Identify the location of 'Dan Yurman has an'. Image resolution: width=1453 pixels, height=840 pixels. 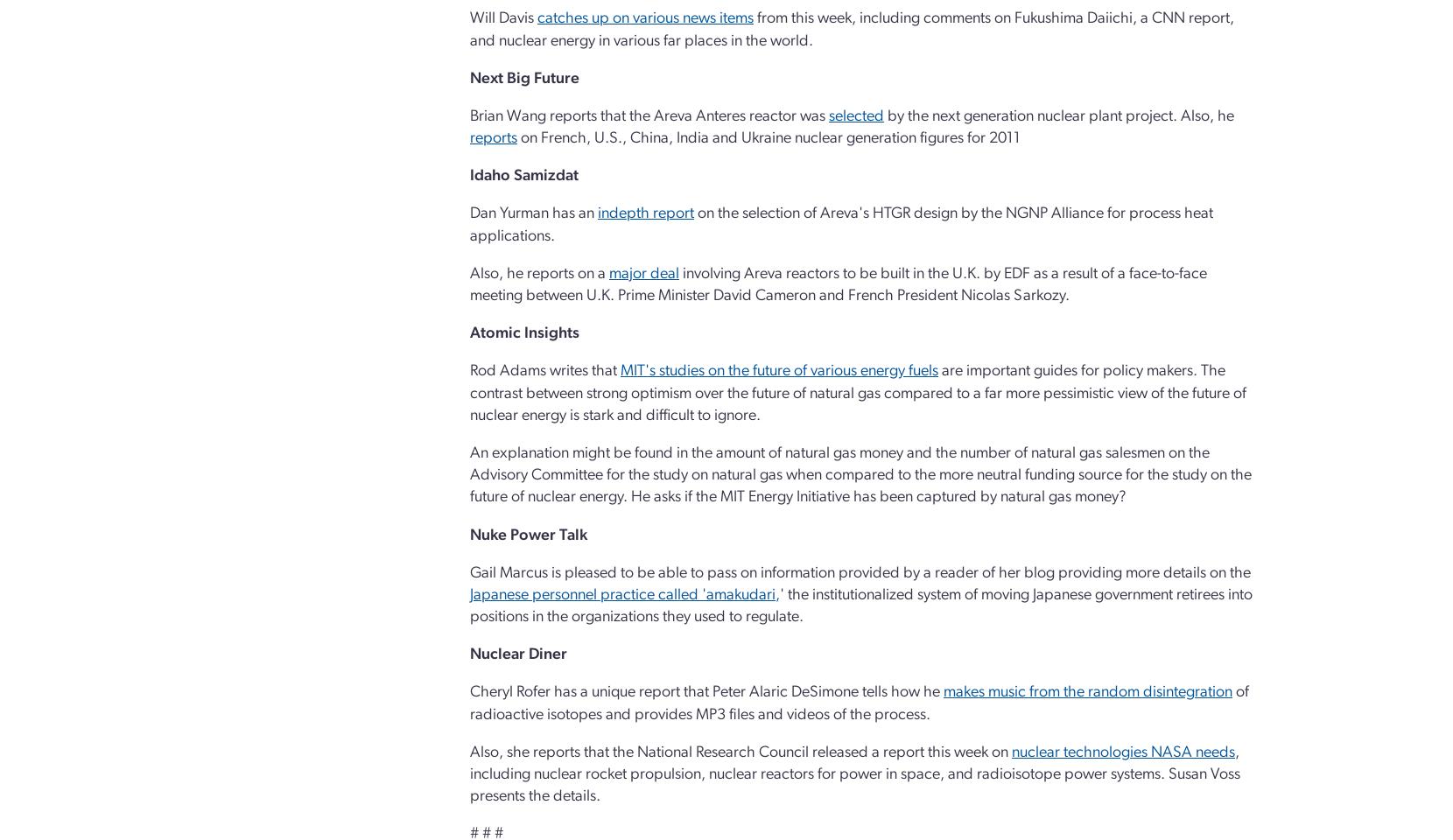
(534, 213).